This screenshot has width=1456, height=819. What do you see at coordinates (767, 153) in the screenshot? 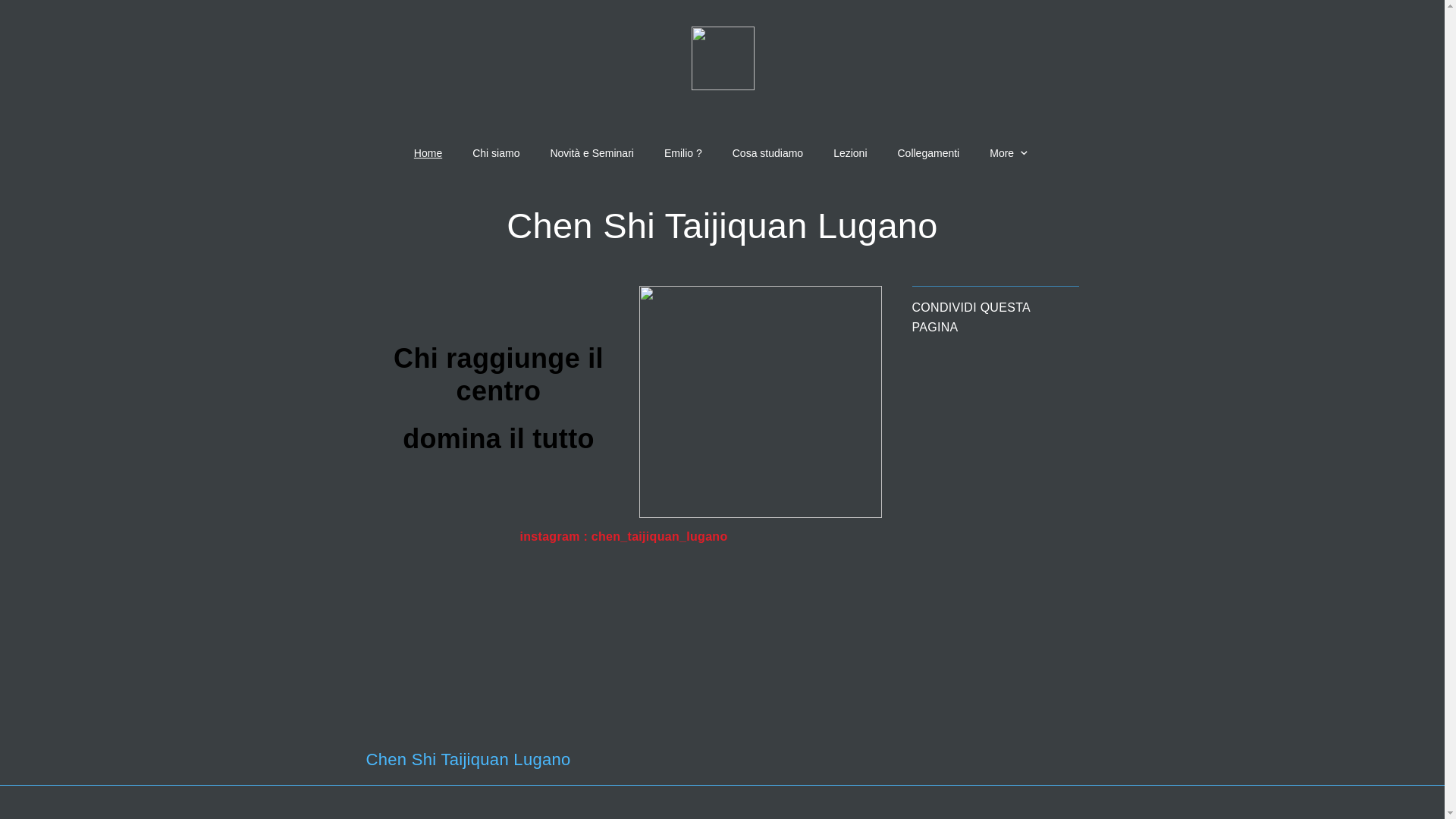
I see `'Cosa studiamo'` at bounding box center [767, 153].